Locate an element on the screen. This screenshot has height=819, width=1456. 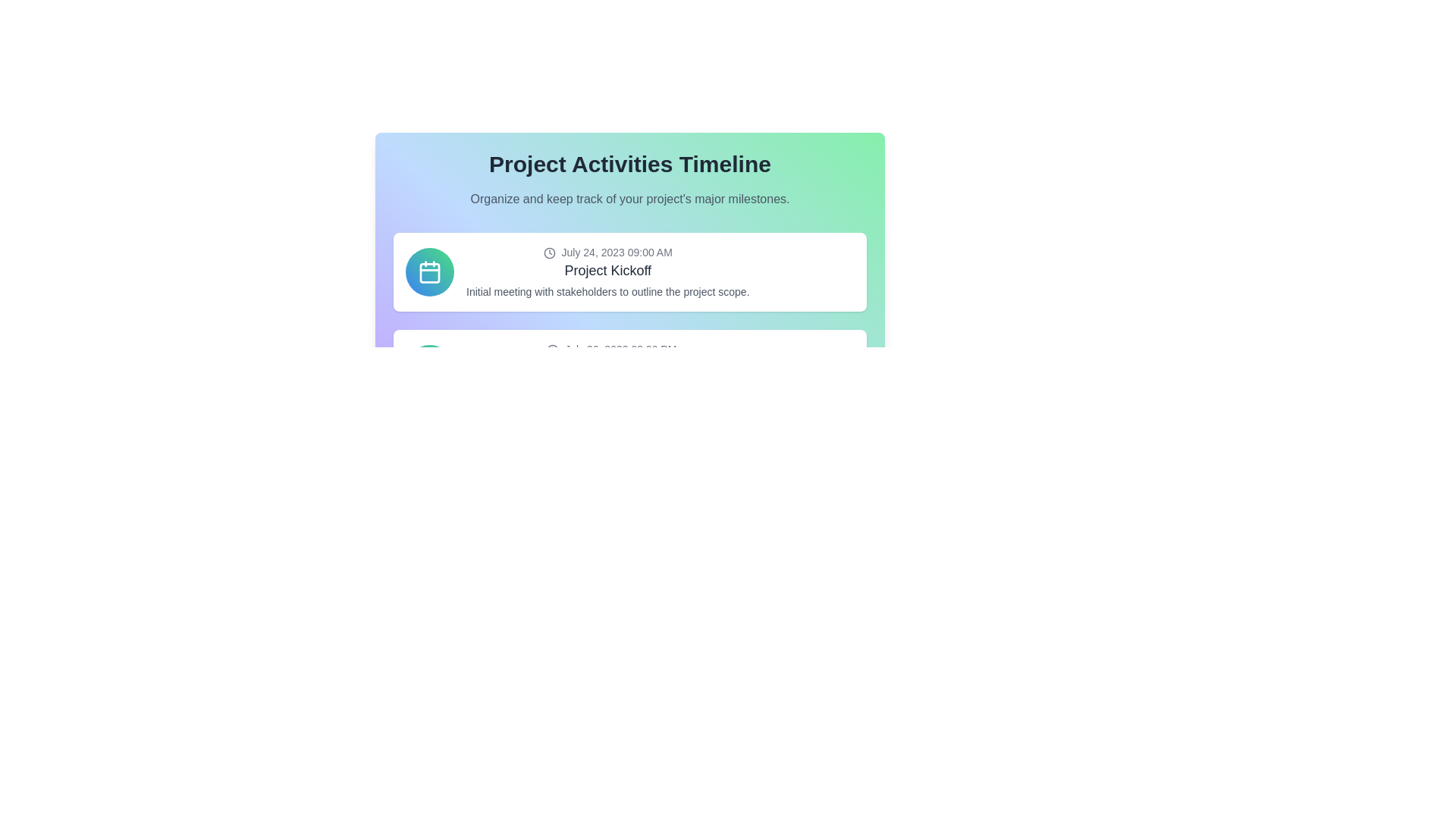
the circular SVG component that forms part of the clock icon located adjacent to the text 'July 24, 2023 09:00 AM' in the top panel of the timeline interface is located at coordinates (548, 253).